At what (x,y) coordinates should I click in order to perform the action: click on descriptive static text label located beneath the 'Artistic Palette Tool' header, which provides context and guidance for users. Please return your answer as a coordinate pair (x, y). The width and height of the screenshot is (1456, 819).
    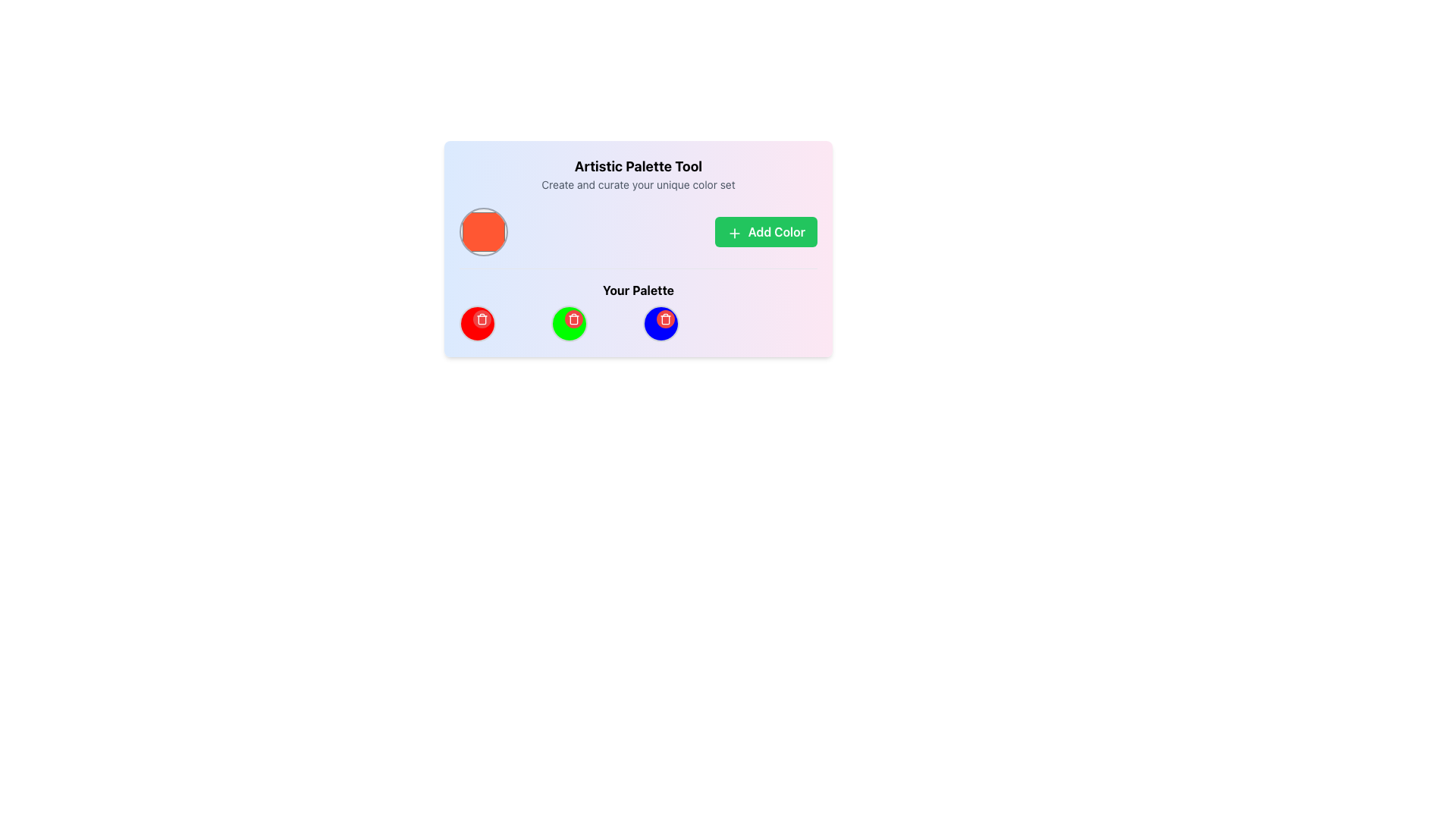
    Looking at the image, I should click on (638, 184).